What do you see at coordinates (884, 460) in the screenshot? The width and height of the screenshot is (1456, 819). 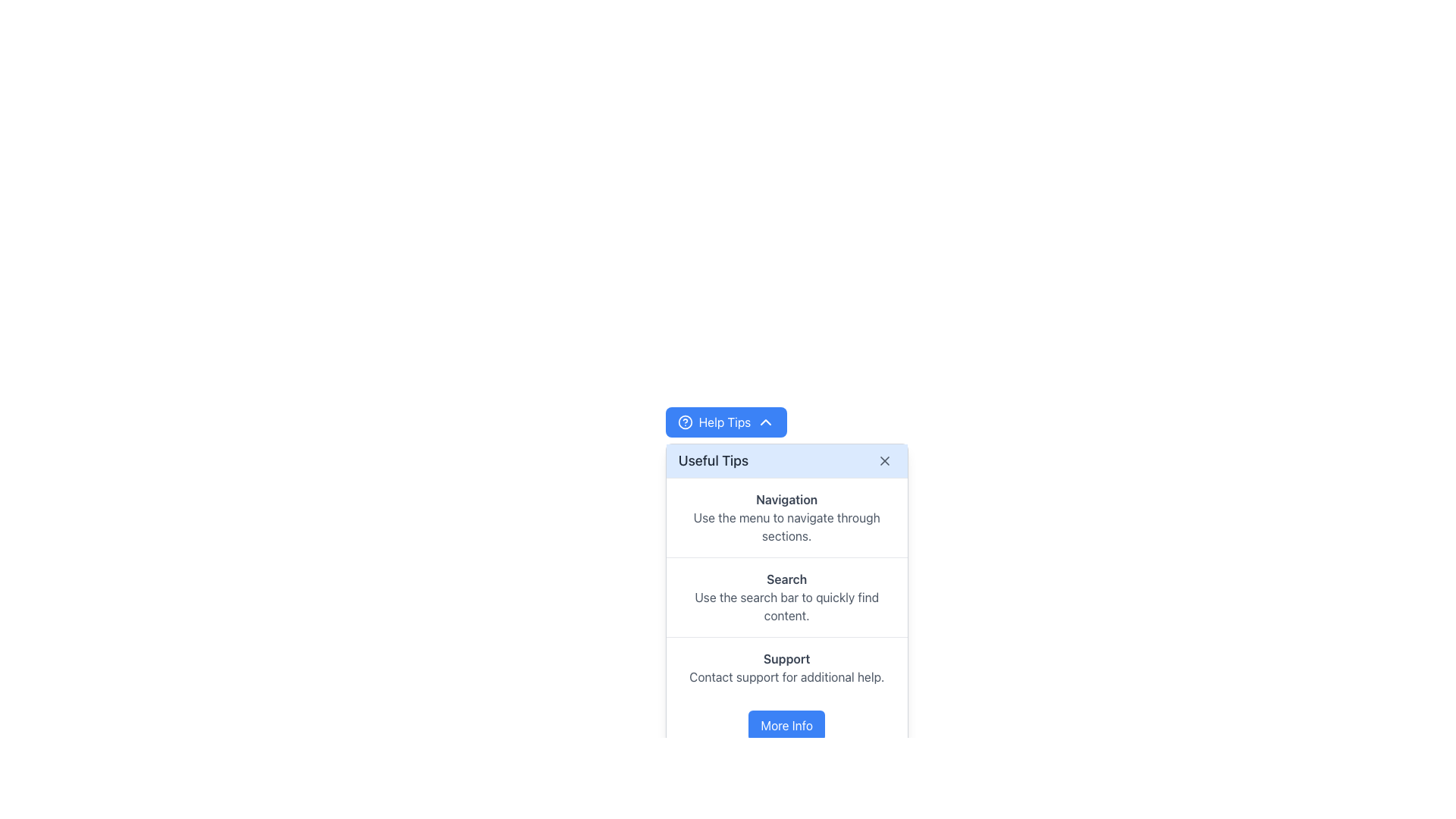 I see `the Close Button icon located in the top-right corner of the Useful Tips popup` at bounding box center [884, 460].